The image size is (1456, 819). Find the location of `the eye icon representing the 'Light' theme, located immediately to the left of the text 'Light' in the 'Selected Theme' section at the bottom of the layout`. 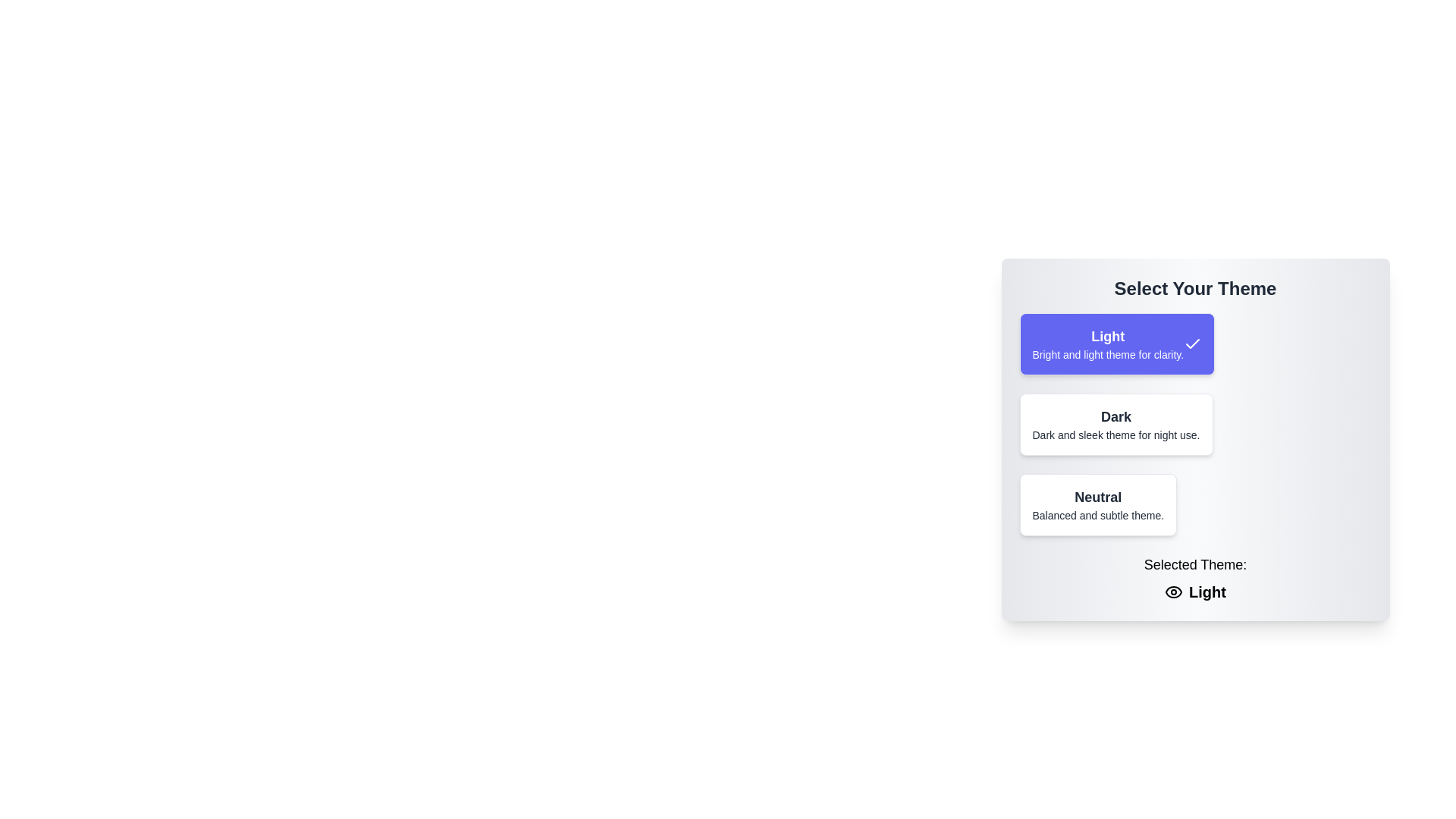

the eye icon representing the 'Light' theme, located immediately to the left of the text 'Light' in the 'Selected Theme' section at the bottom of the layout is located at coordinates (1173, 591).